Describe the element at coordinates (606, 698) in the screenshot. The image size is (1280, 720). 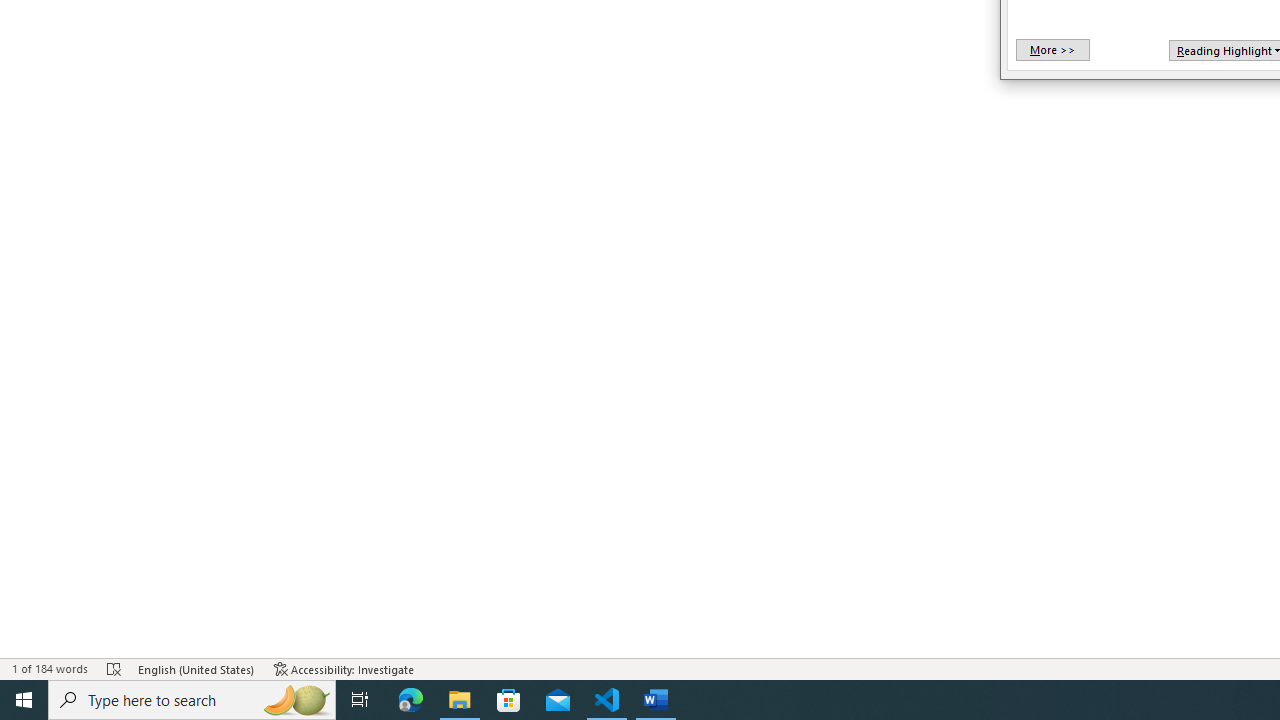
I see `'Visual Studio Code - 1 running window'` at that location.